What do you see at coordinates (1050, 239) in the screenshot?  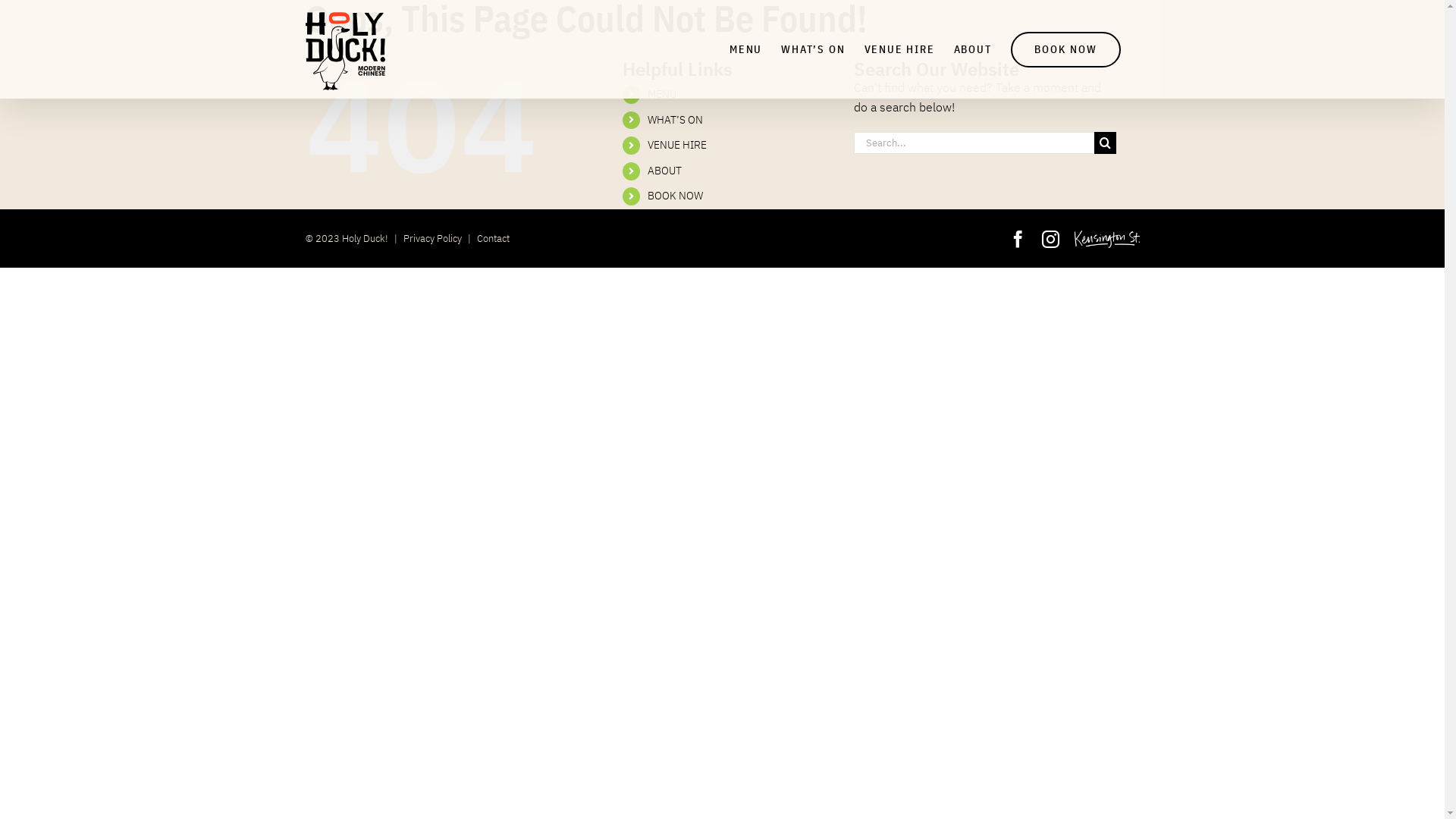 I see `'Instagram'` at bounding box center [1050, 239].